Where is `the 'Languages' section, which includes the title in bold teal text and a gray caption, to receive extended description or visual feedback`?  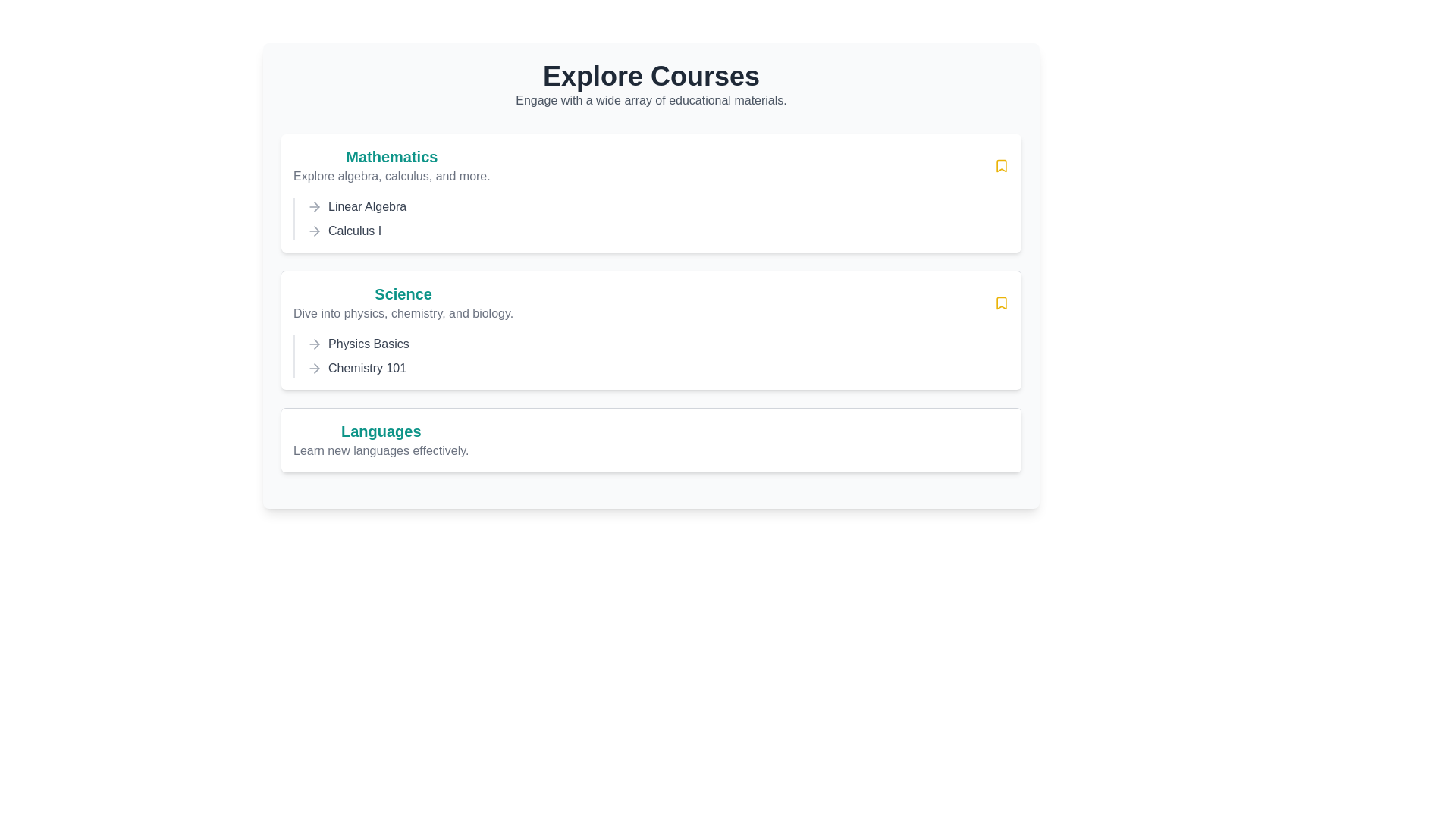 the 'Languages' section, which includes the title in bold teal text and a gray caption, to receive extended description or visual feedback is located at coordinates (381, 441).